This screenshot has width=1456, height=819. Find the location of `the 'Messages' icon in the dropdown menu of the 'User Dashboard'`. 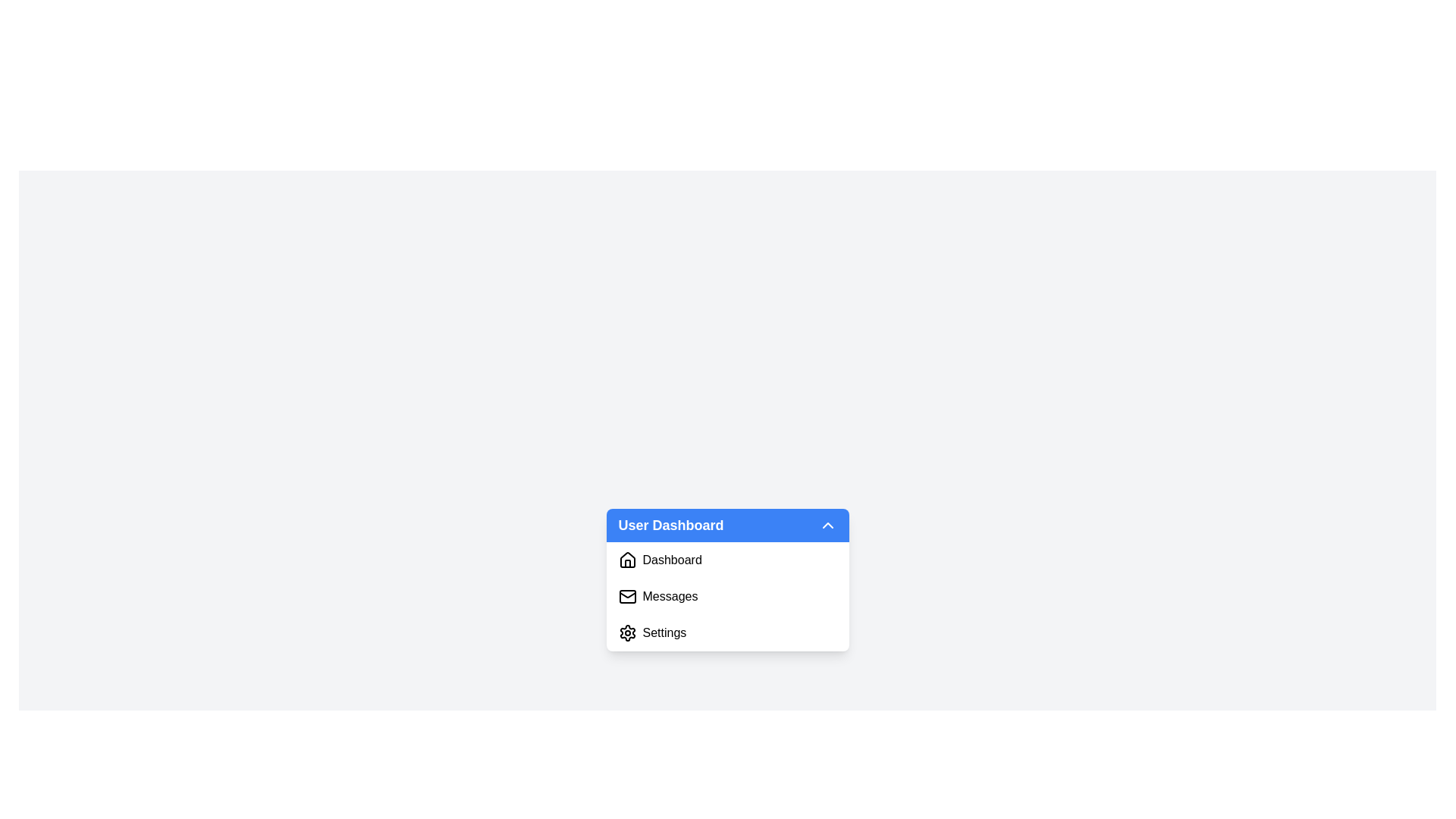

the 'Messages' icon in the dropdown menu of the 'User Dashboard' is located at coordinates (627, 595).